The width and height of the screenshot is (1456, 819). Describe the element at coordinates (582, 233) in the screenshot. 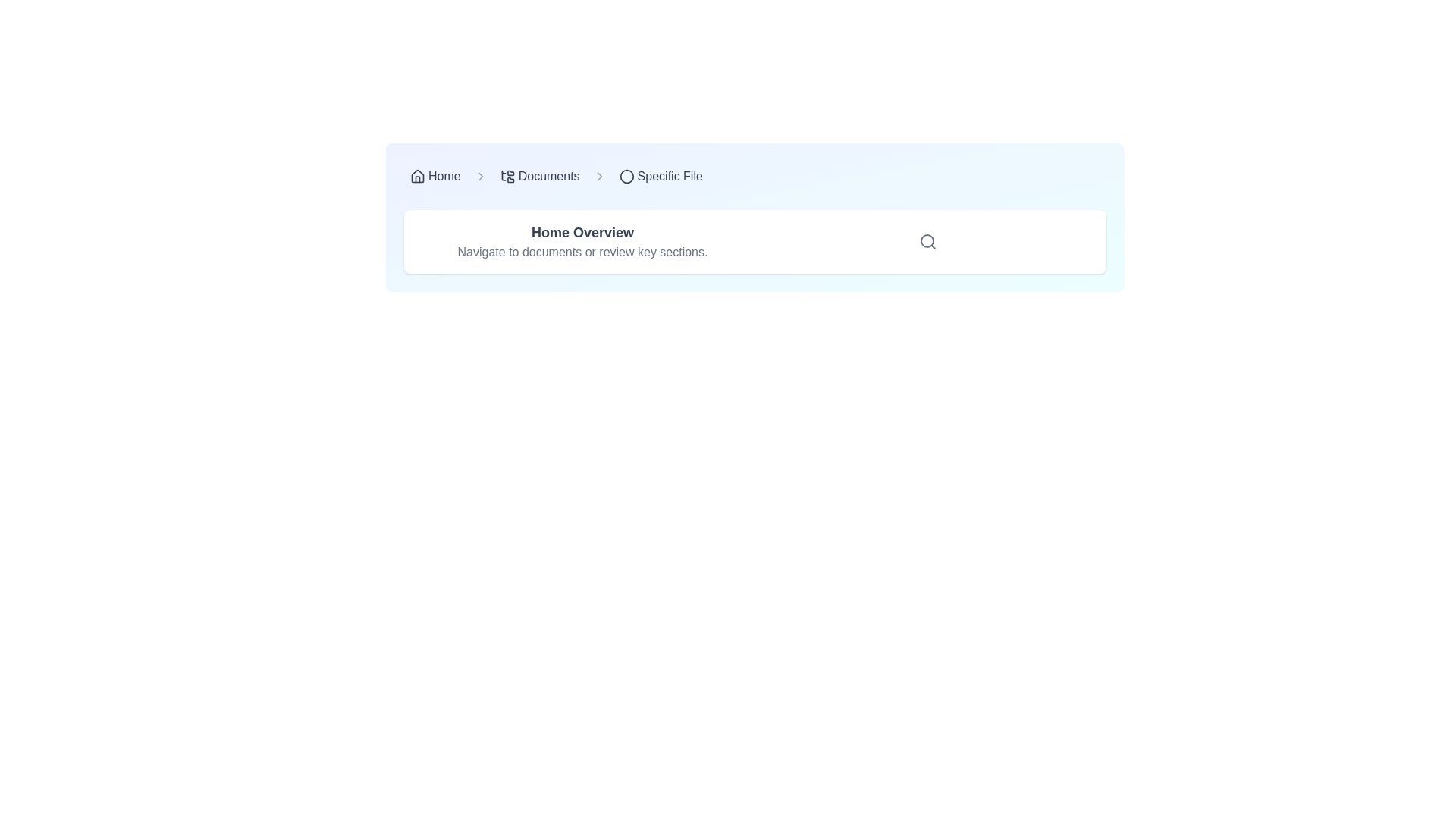

I see `text label element located at the upper section of the interface, which serves as a title or heading for the current section, to gather information` at that location.